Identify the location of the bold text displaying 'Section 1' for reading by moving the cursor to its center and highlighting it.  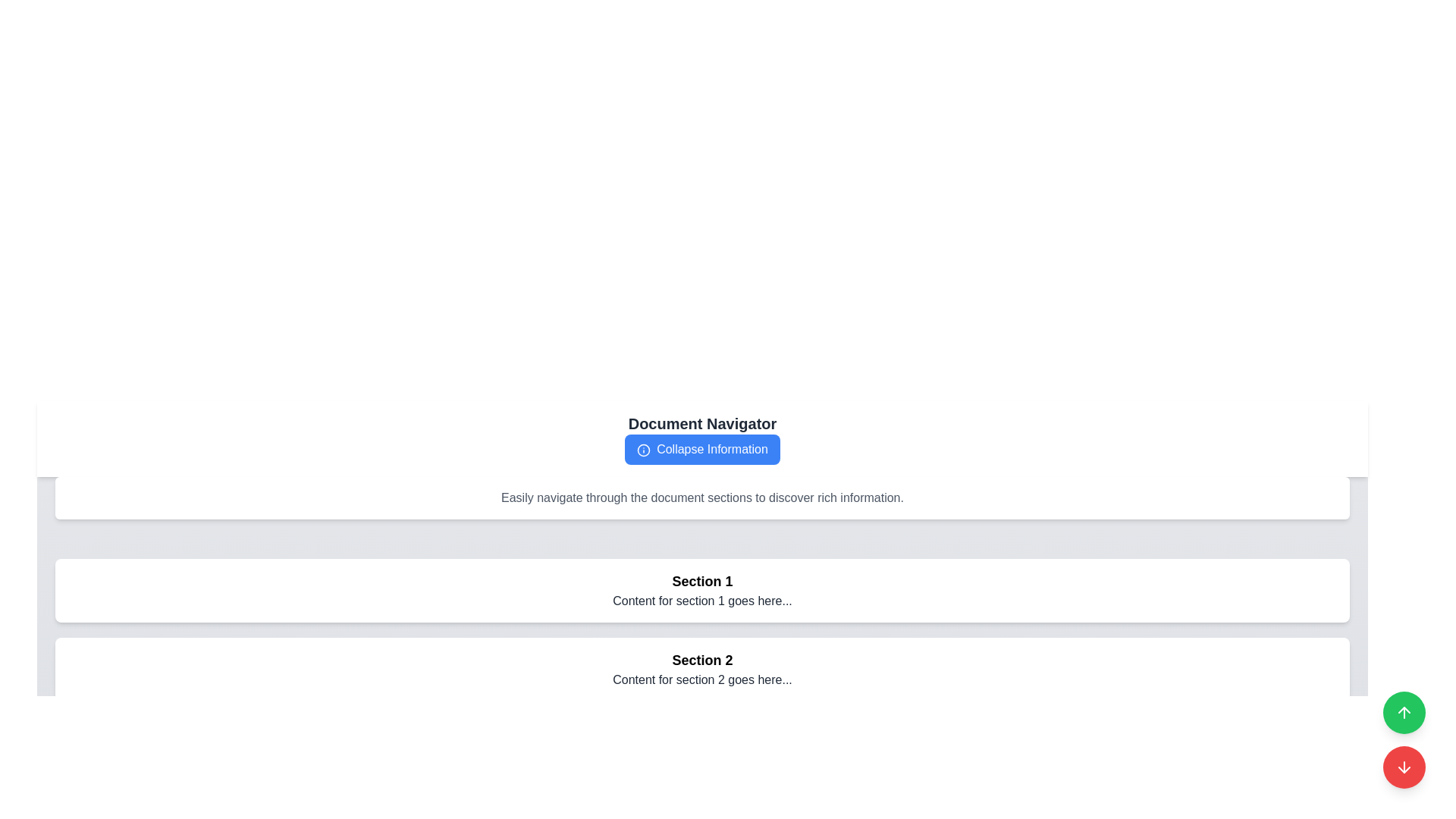
(701, 581).